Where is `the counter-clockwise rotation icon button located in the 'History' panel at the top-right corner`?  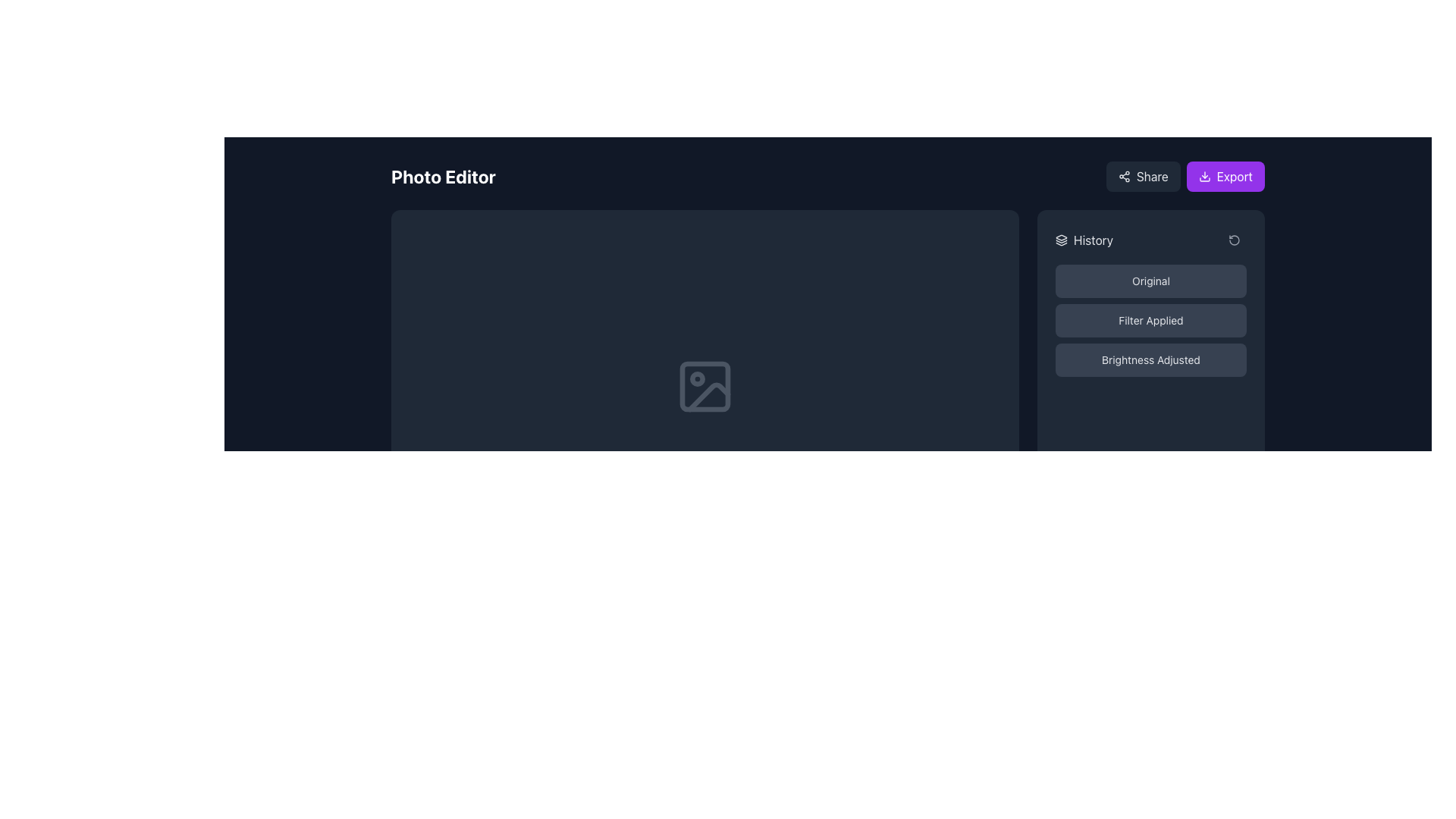 the counter-clockwise rotation icon button located in the 'History' panel at the top-right corner is located at coordinates (1234, 239).